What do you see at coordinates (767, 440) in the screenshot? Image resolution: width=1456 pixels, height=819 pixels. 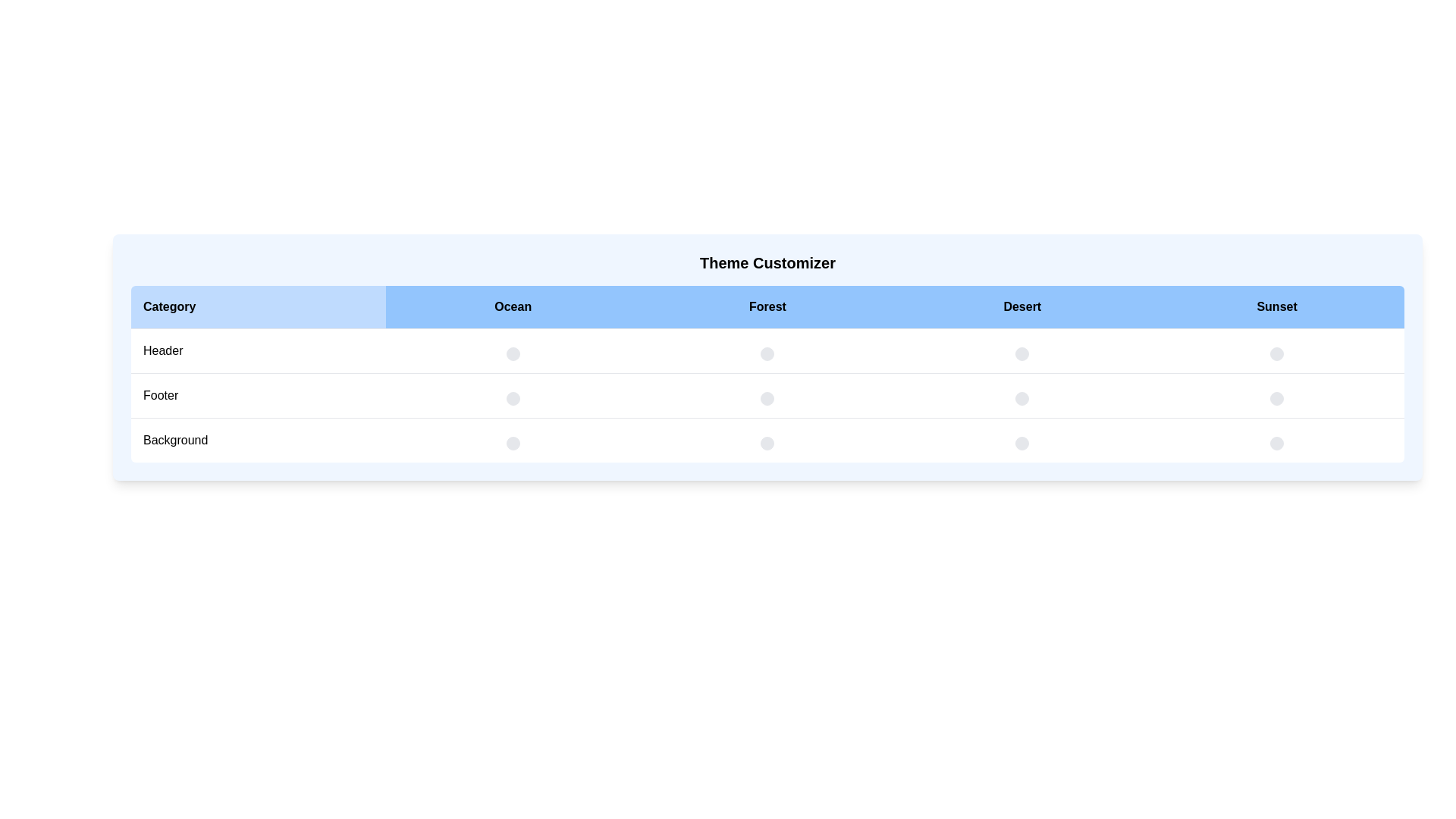 I see `the third cell in the 'Background' row of the grid layout, which has a white background and is aligned under the 'Forest' category` at bounding box center [767, 440].